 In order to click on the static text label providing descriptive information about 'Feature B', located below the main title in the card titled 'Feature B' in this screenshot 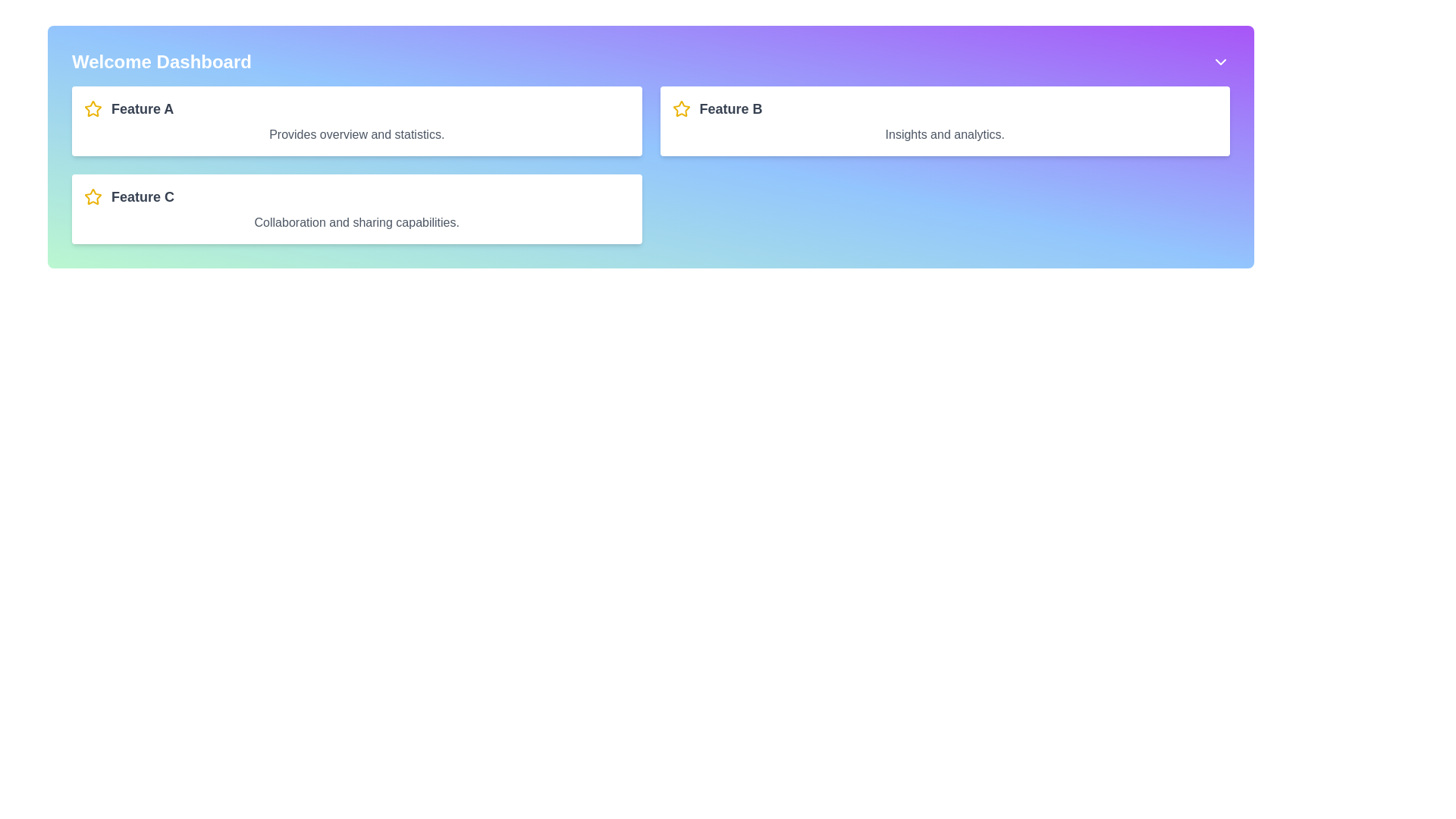, I will do `click(944, 133)`.